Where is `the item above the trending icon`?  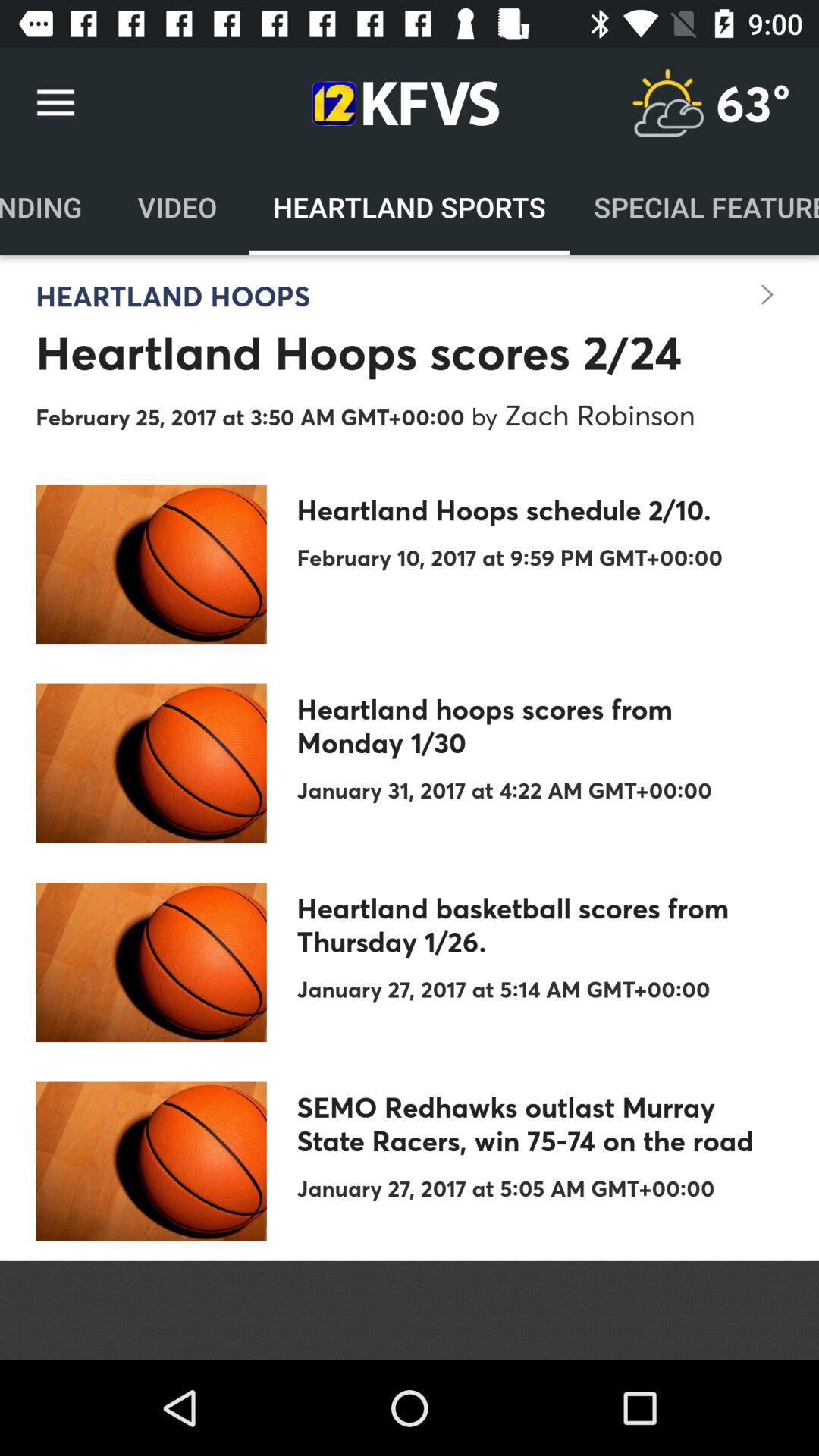 the item above the trending icon is located at coordinates (55, 102).